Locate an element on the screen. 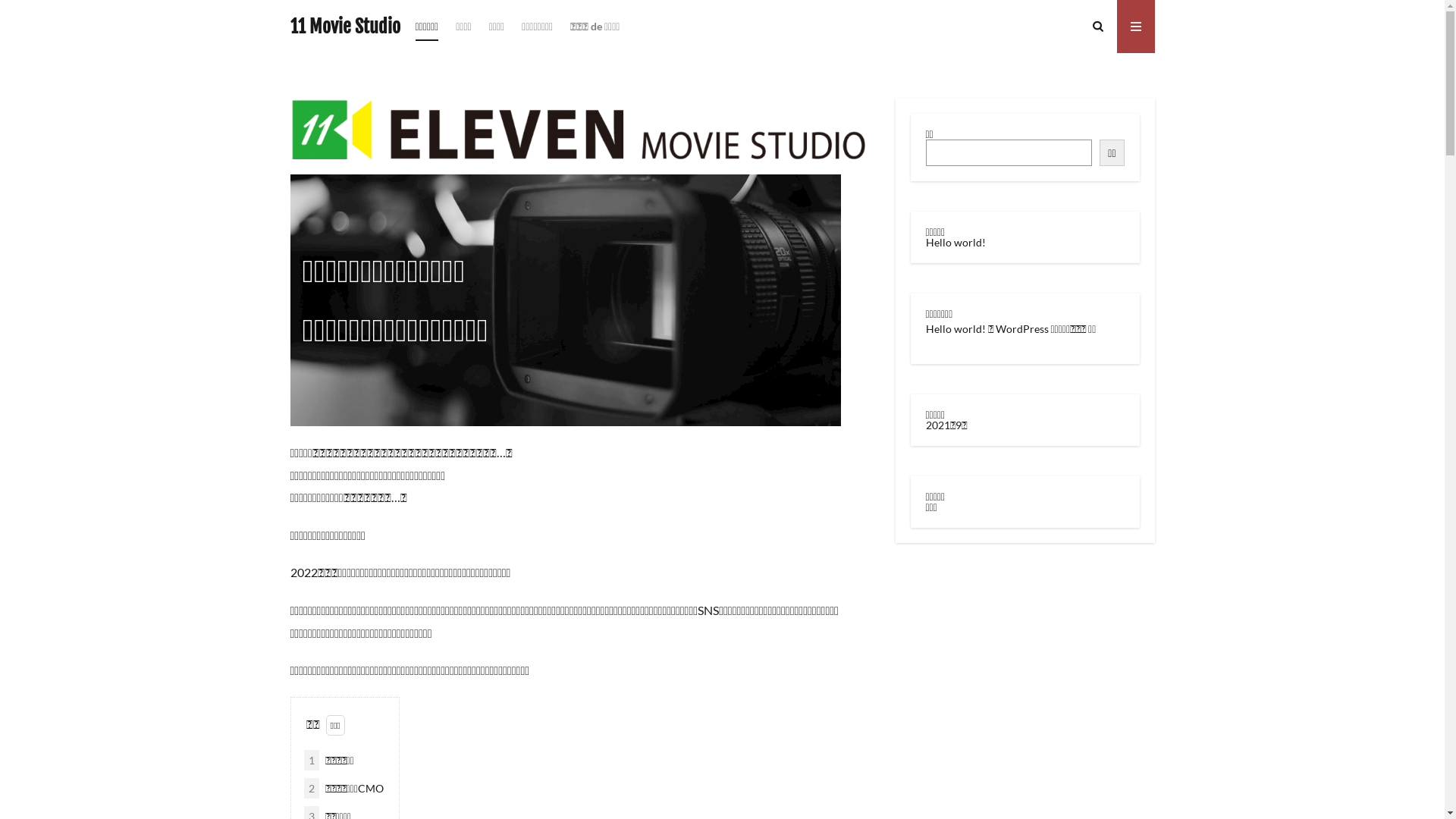  'Hello world!' is located at coordinates (954, 241).